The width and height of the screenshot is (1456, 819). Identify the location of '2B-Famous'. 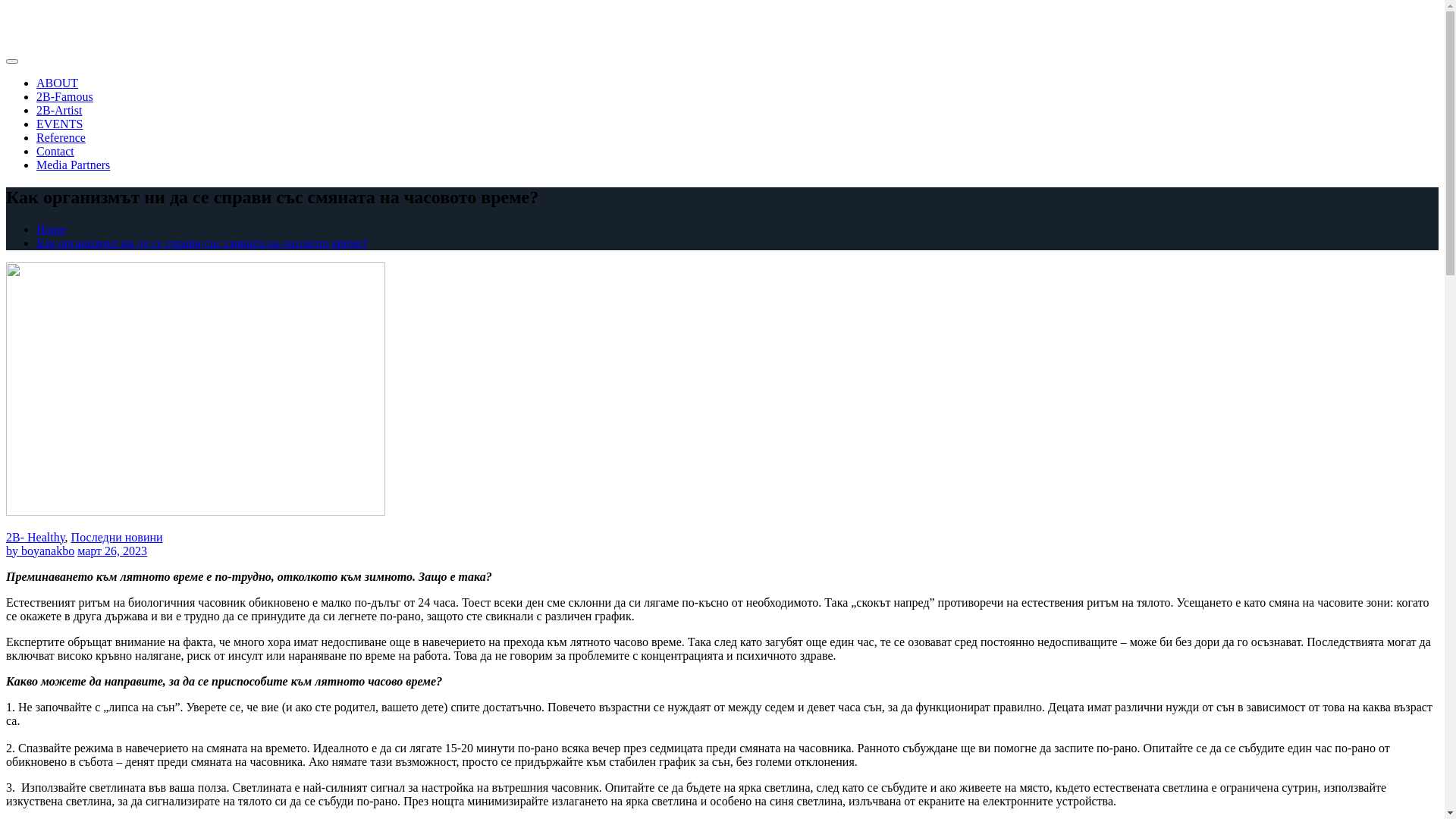
(36, 96).